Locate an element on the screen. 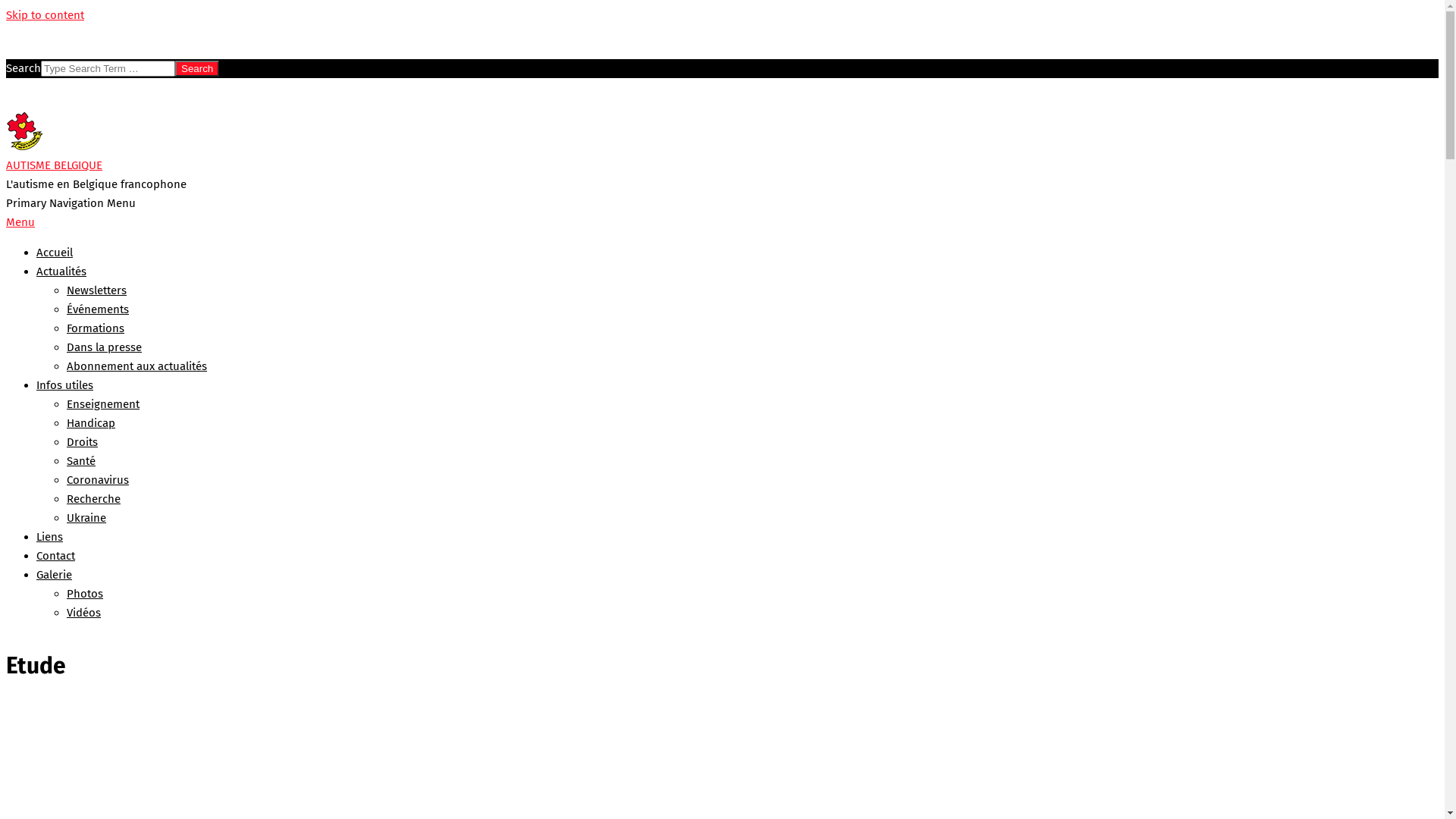  'Infos utiles' is located at coordinates (64, 384).